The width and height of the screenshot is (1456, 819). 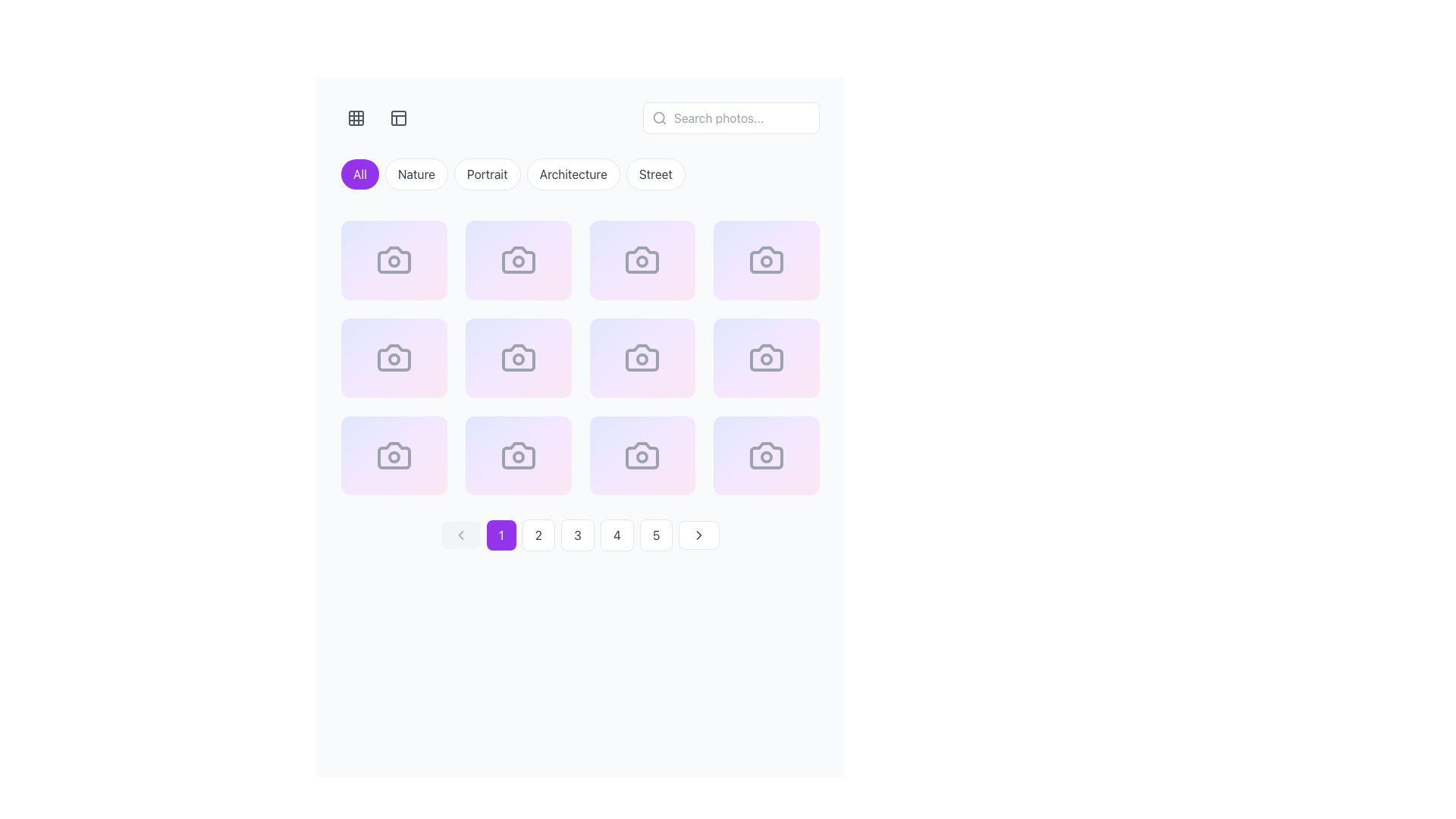 What do you see at coordinates (642, 455) in the screenshot?
I see `the camera icon located in the fourth cell of the second row of the grid layout` at bounding box center [642, 455].